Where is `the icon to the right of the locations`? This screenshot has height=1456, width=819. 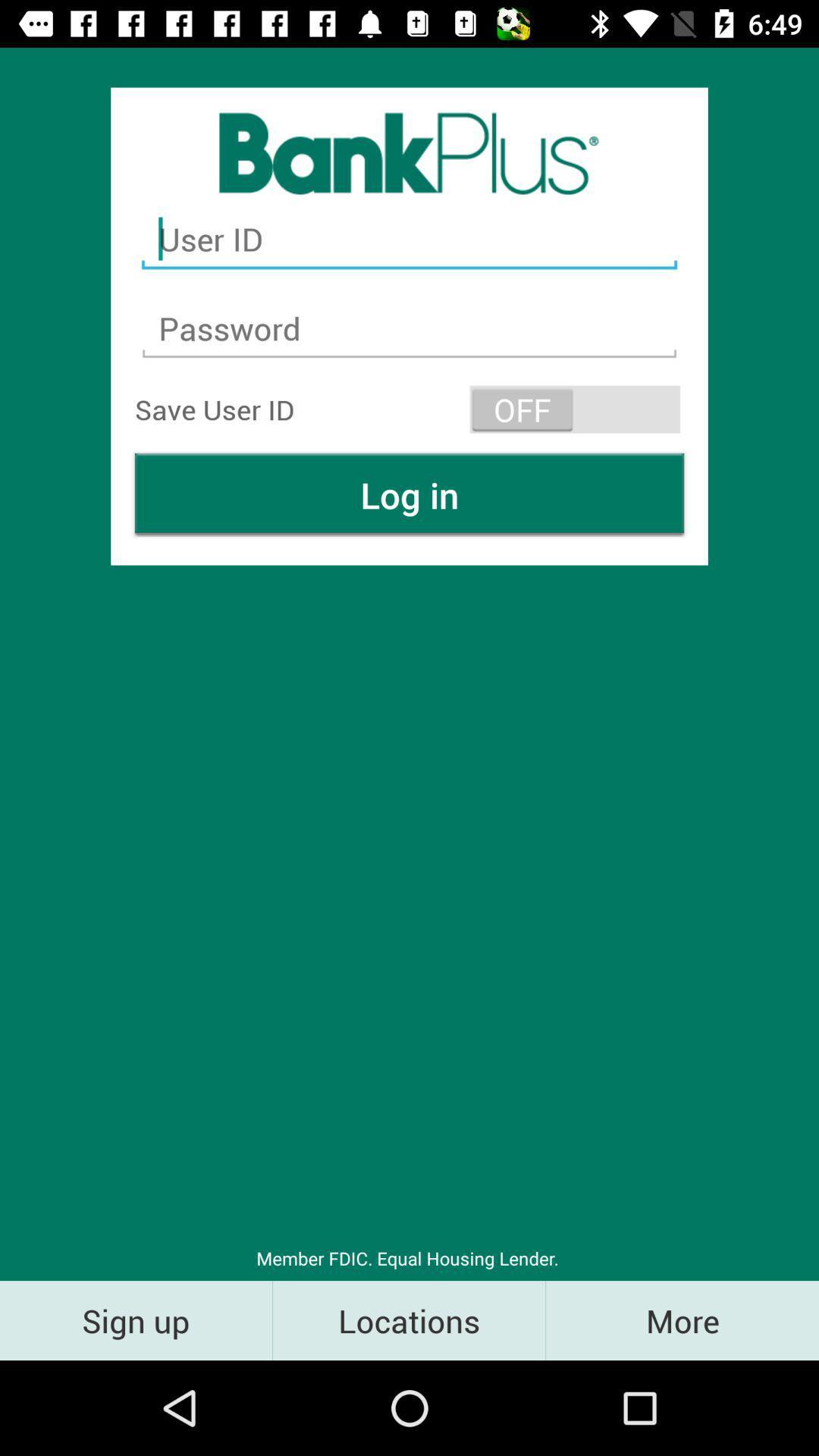 the icon to the right of the locations is located at coordinates (681, 1319).